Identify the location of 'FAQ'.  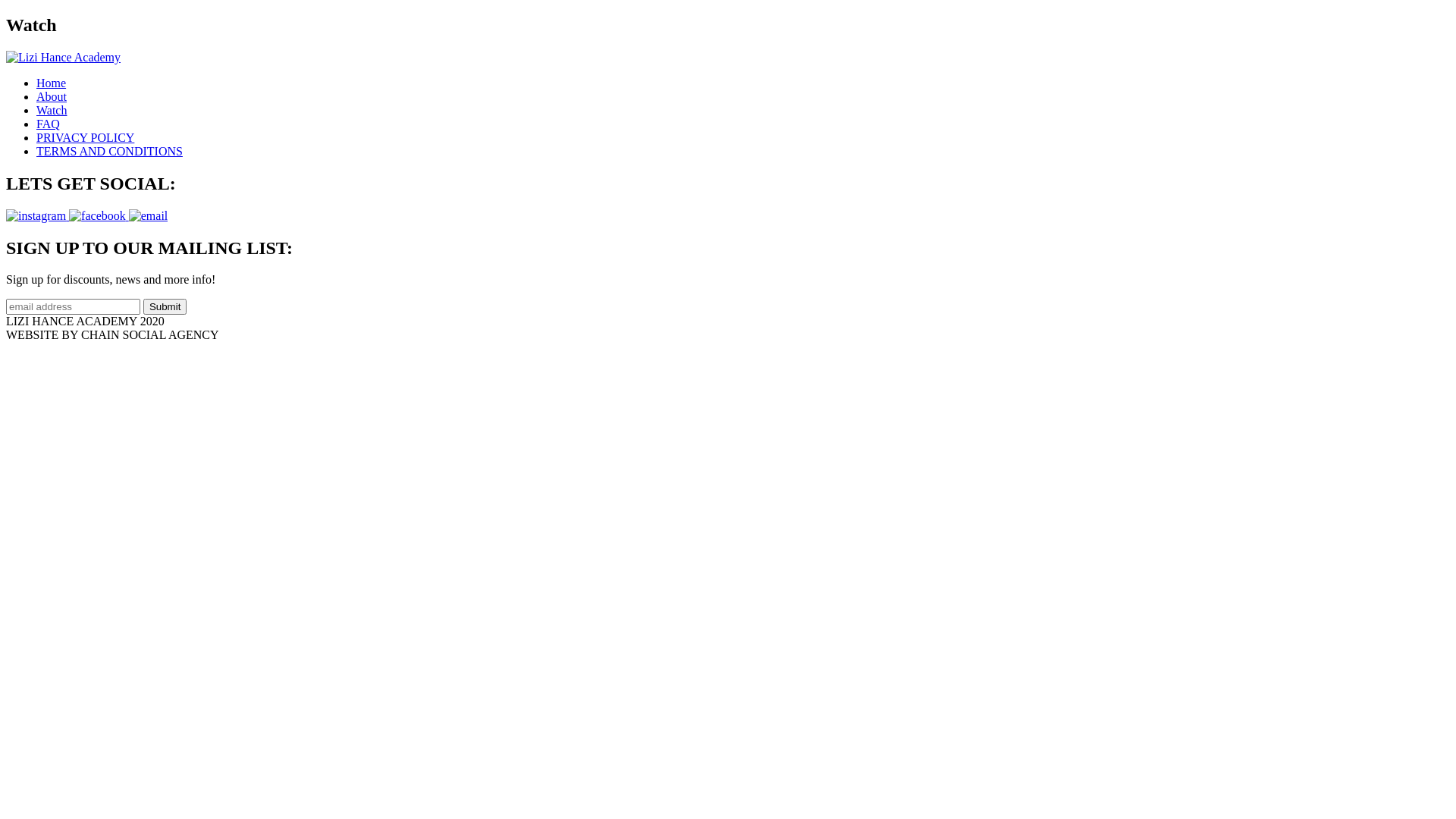
(36, 123).